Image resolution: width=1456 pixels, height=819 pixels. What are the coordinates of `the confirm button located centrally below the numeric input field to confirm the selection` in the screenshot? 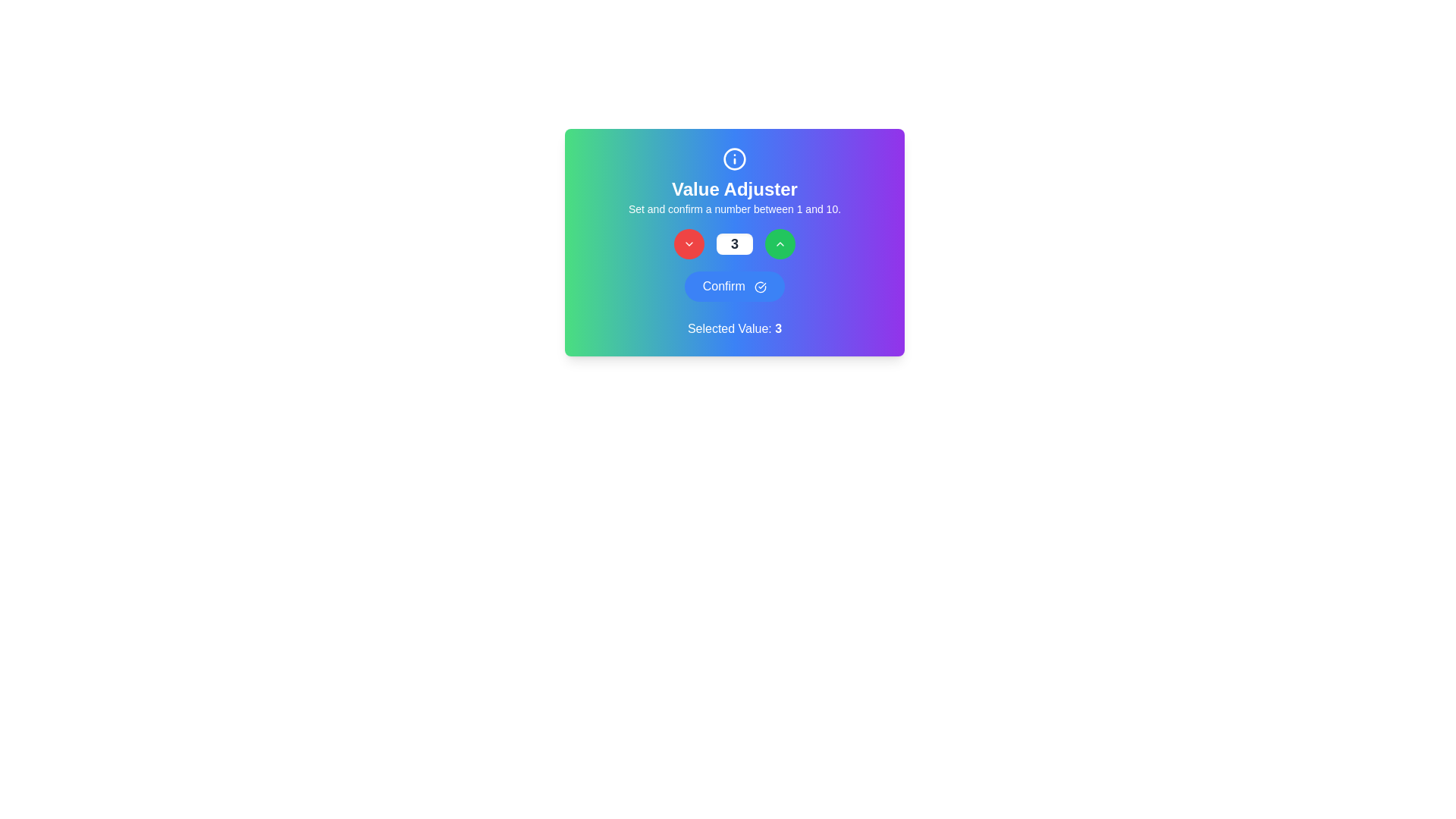 It's located at (735, 265).